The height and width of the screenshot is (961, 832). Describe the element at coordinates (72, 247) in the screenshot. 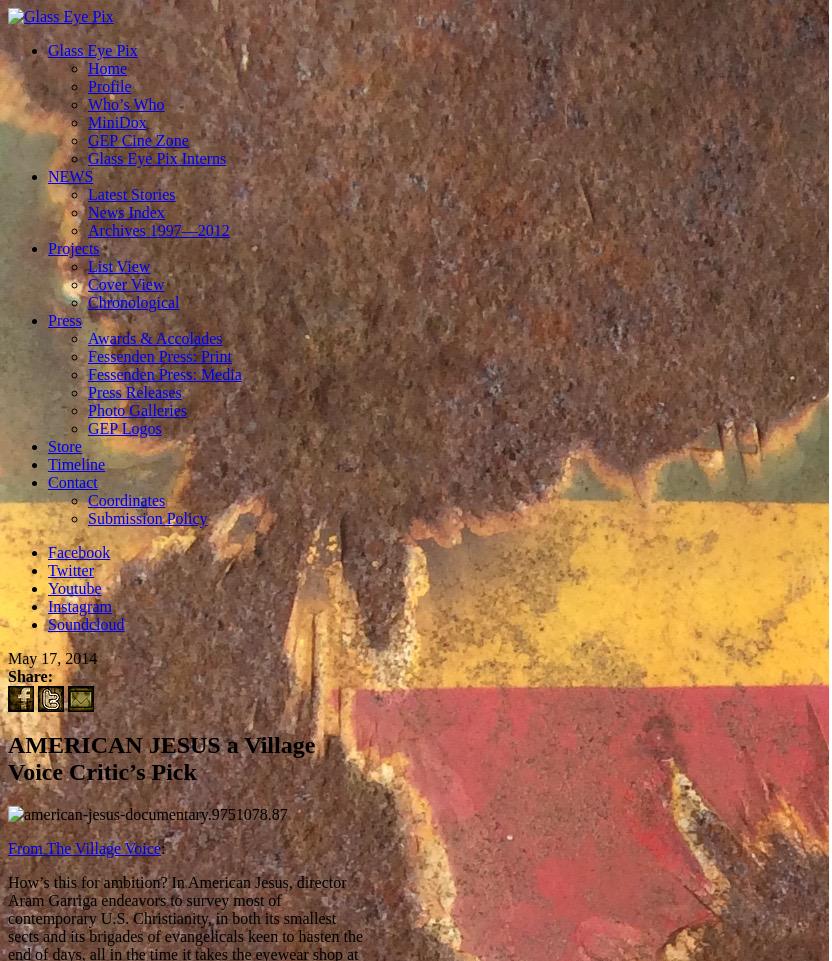

I see `'Projects'` at that location.